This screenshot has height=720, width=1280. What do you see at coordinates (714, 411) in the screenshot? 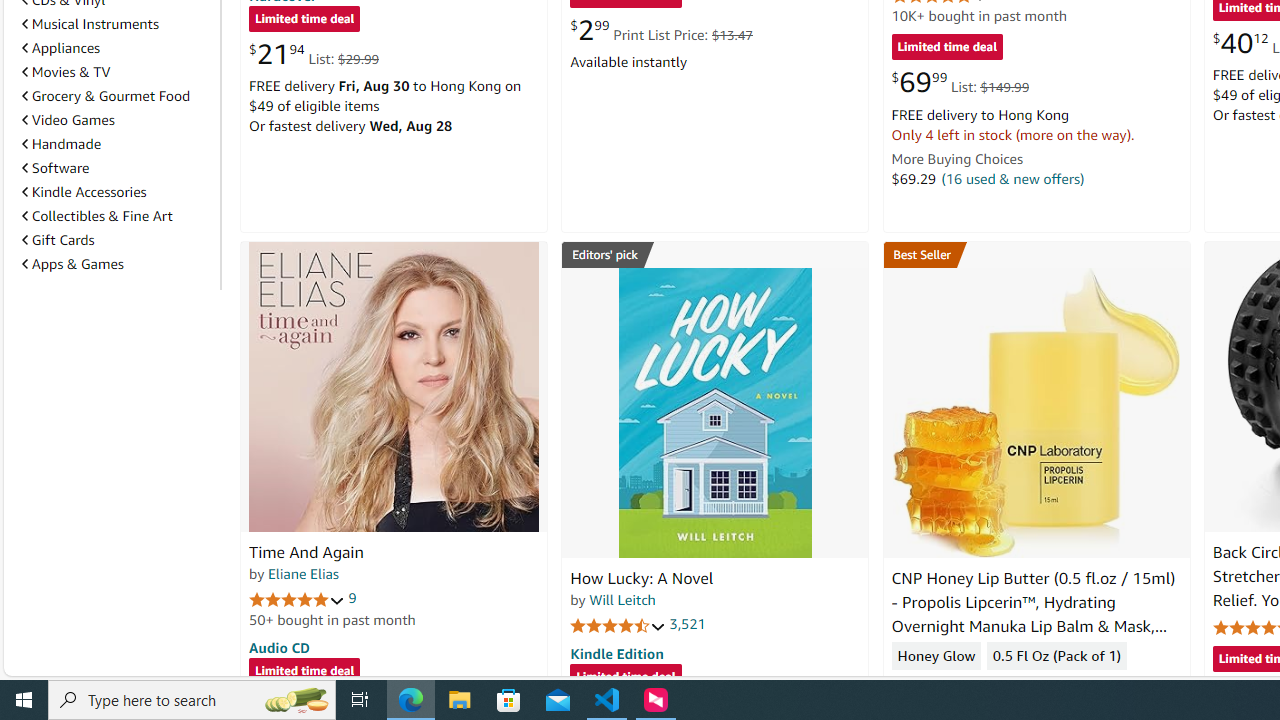
I see `'How Lucky: A Novel'` at bounding box center [714, 411].